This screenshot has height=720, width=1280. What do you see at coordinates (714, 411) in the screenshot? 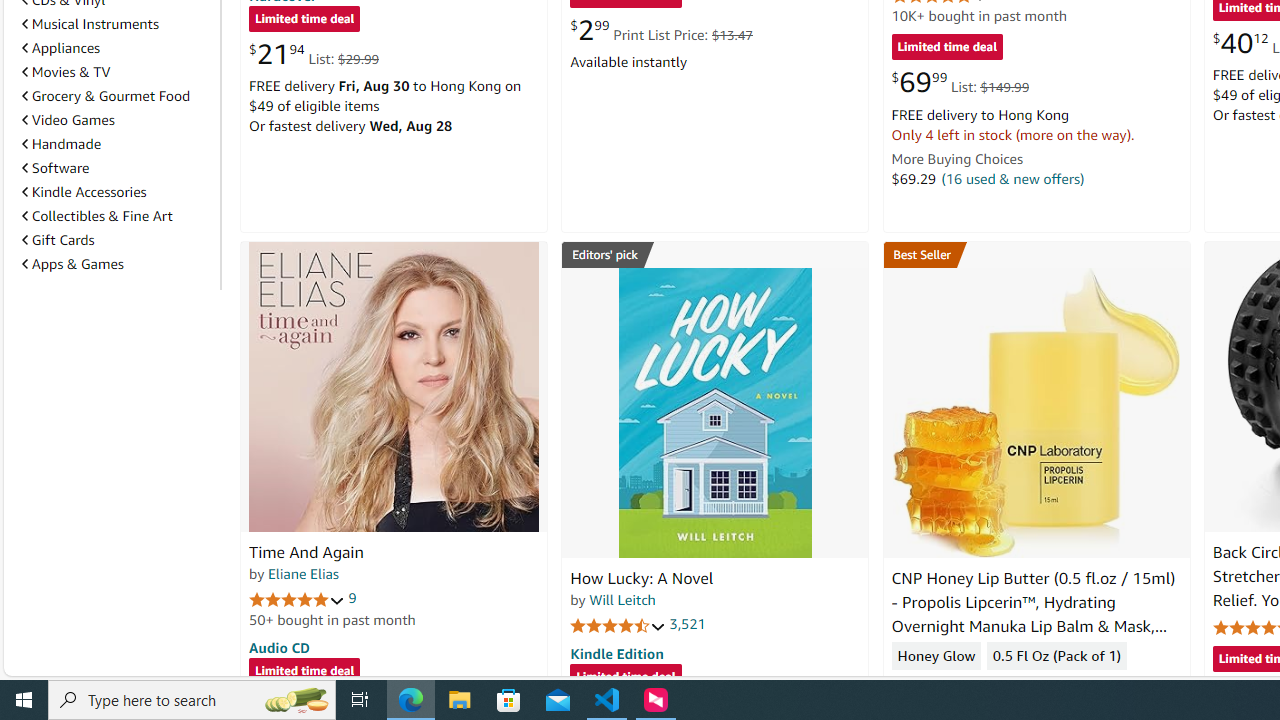
I see `'How Lucky: A Novel'` at bounding box center [714, 411].